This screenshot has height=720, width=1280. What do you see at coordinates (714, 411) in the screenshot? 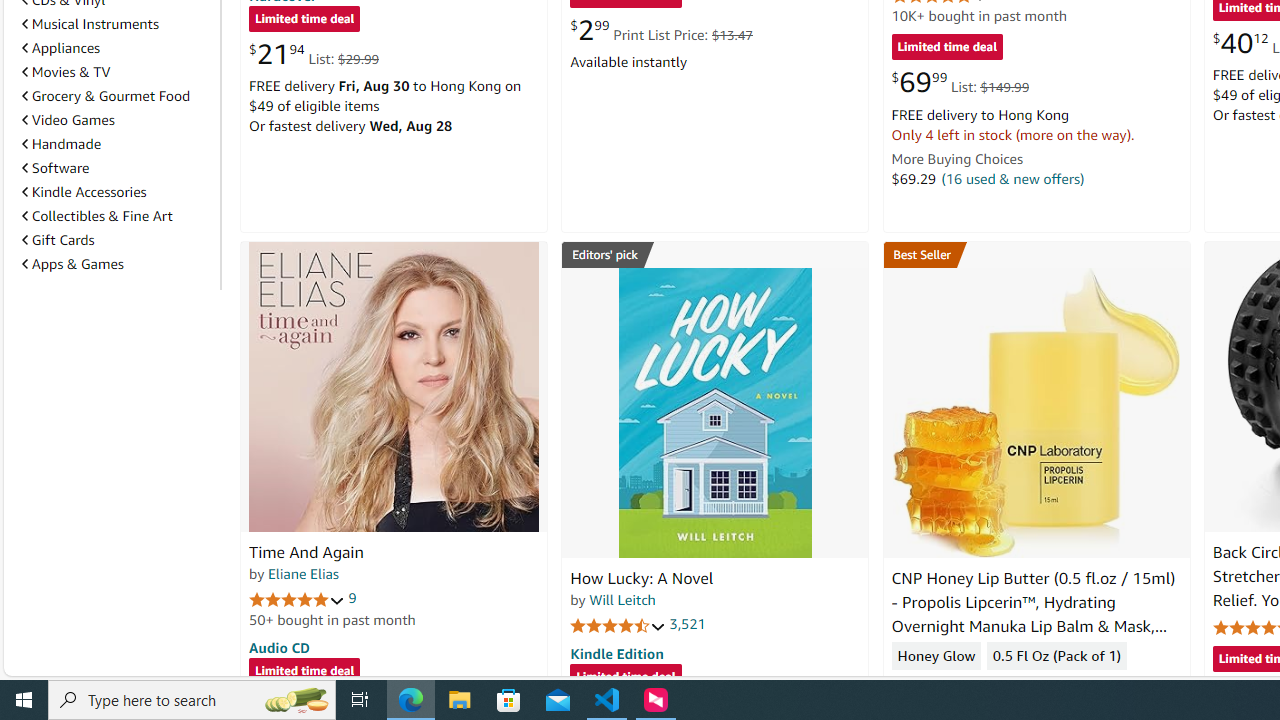
I see `'How Lucky: A Novel'` at bounding box center [714, 411].